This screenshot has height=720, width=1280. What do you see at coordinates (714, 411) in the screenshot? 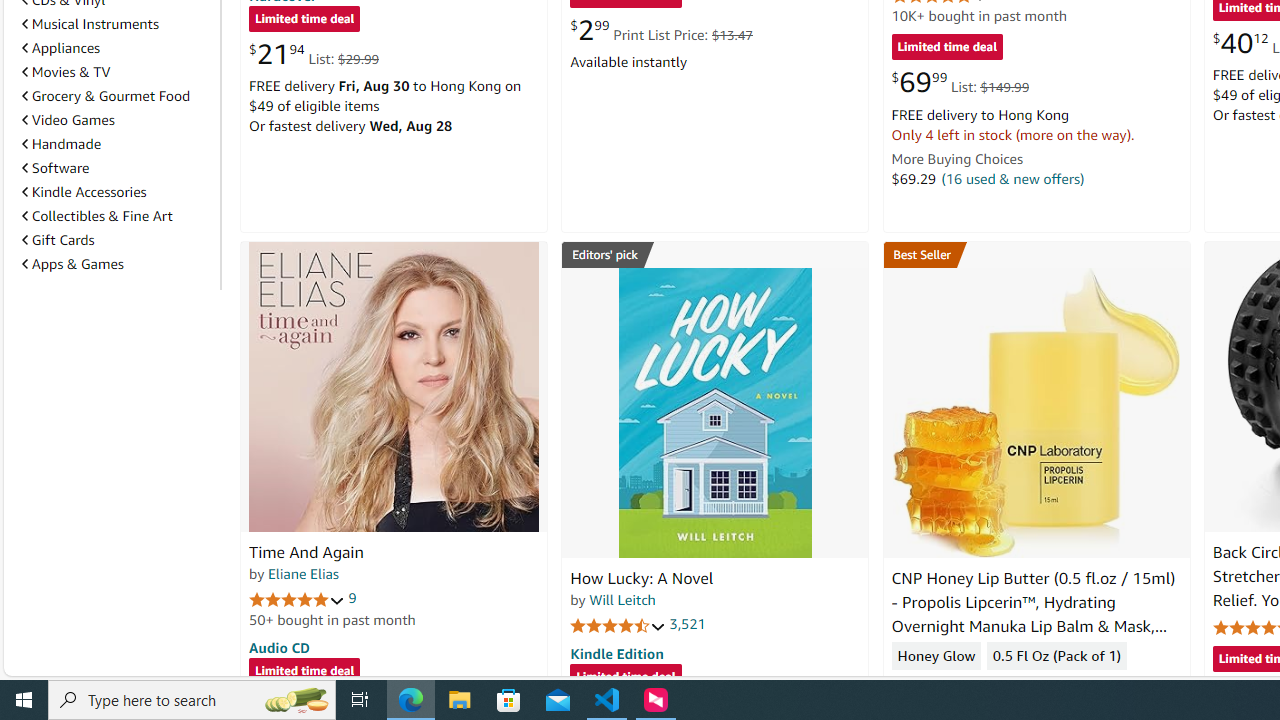
I see `'How Lucky: A Novel'` at bounding box center [714, 411].